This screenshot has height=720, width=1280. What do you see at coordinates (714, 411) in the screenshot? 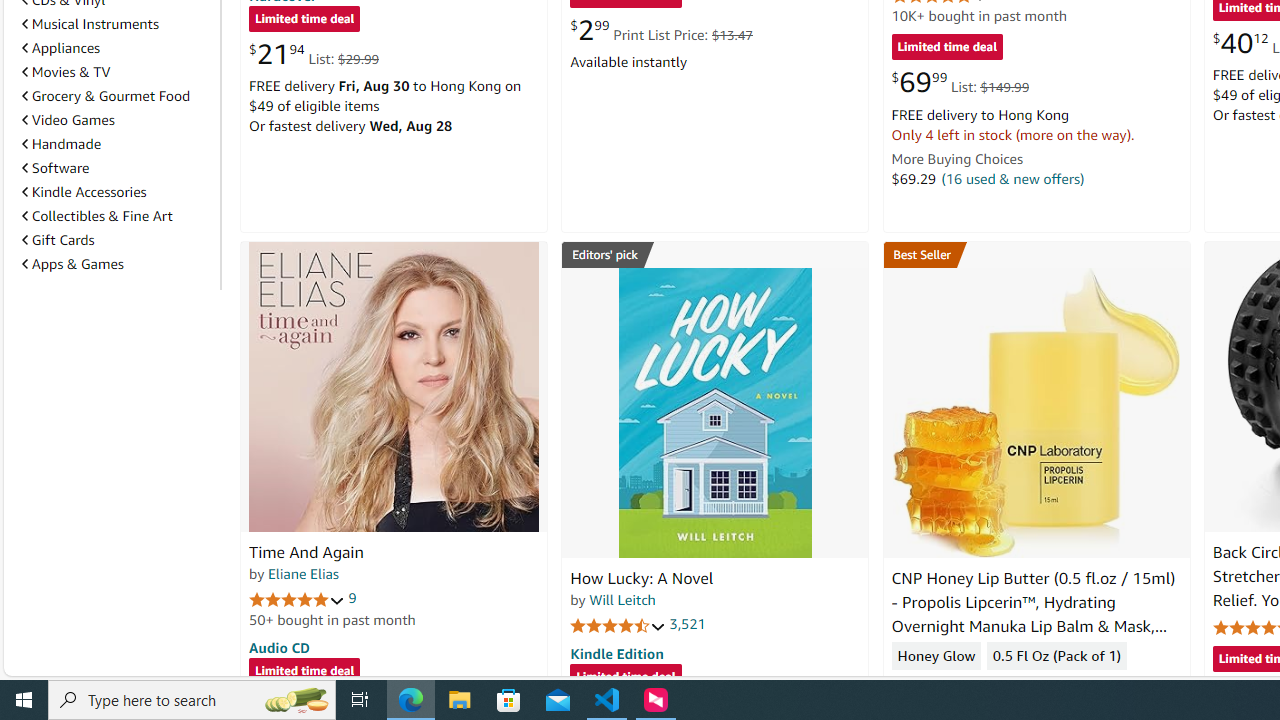
I see `'How Lucky: A Novel'` at bounding box center [714, 411].